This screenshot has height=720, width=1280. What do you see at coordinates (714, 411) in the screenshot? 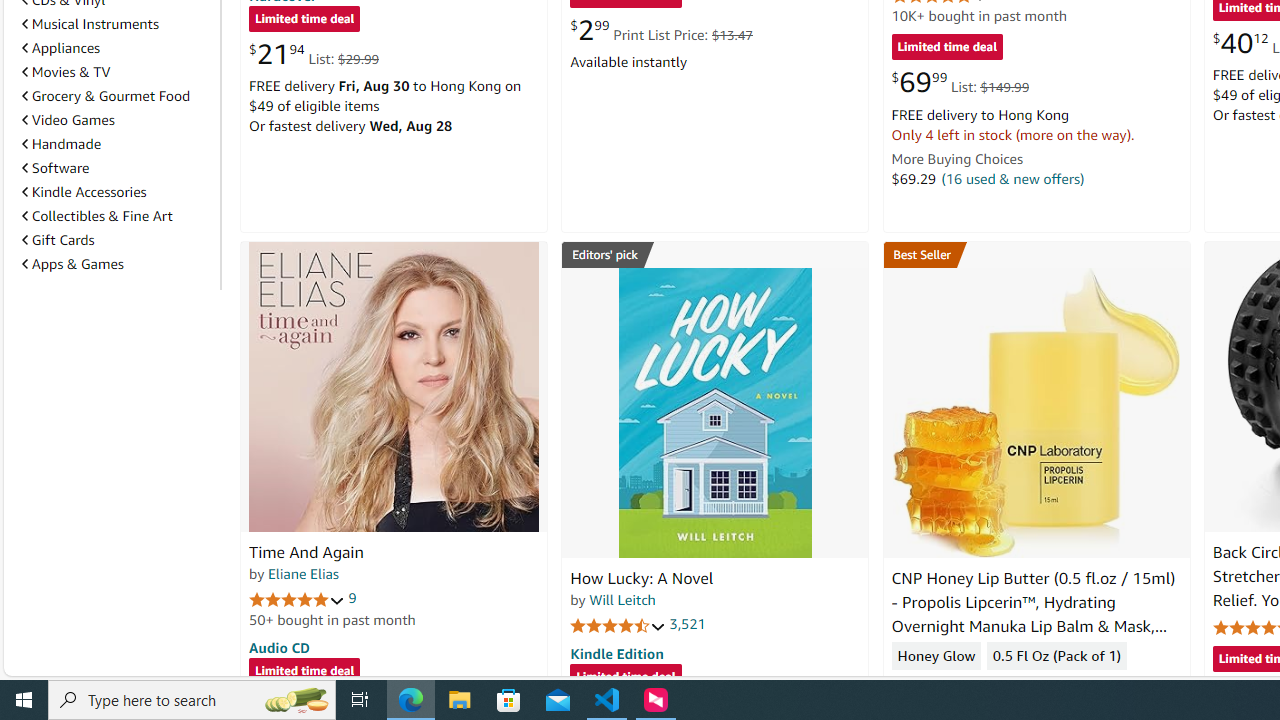
I see `'How Lucky: A Novel'` at bounding box center [714, 411].